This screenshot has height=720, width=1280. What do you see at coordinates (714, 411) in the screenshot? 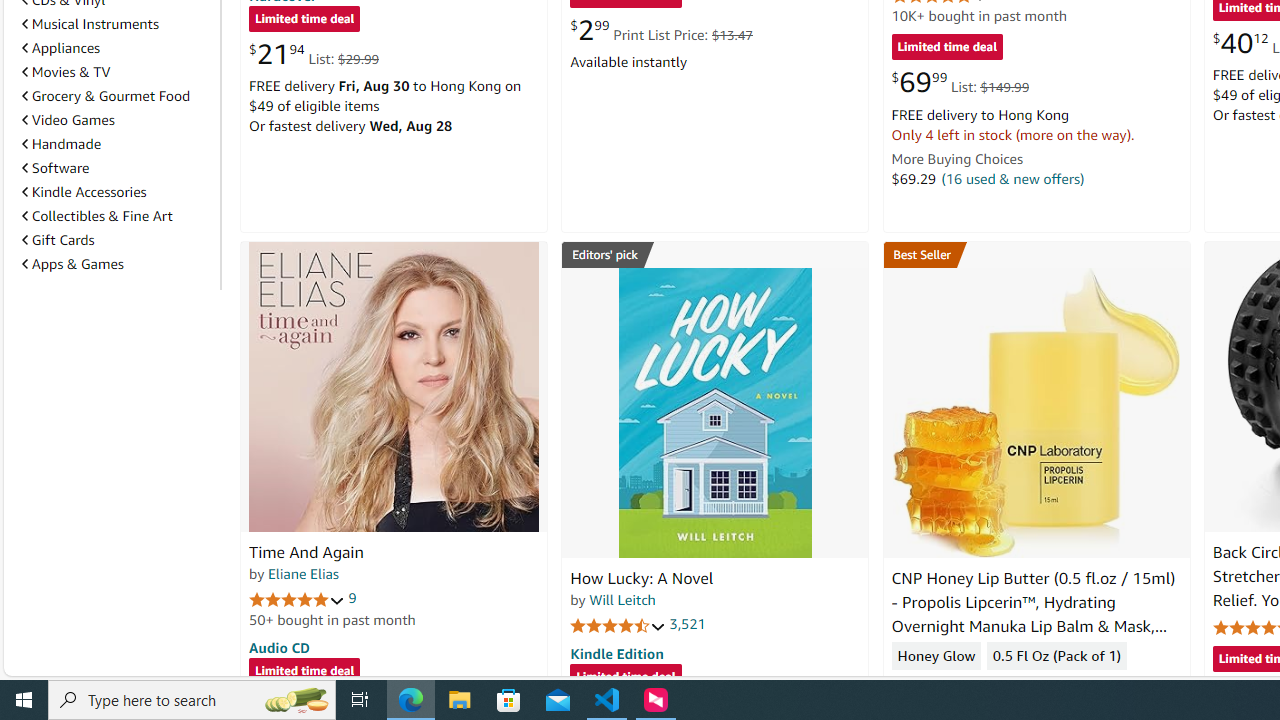
I see `'How Lucky: A Novel'` at bounding box center [714, 411].